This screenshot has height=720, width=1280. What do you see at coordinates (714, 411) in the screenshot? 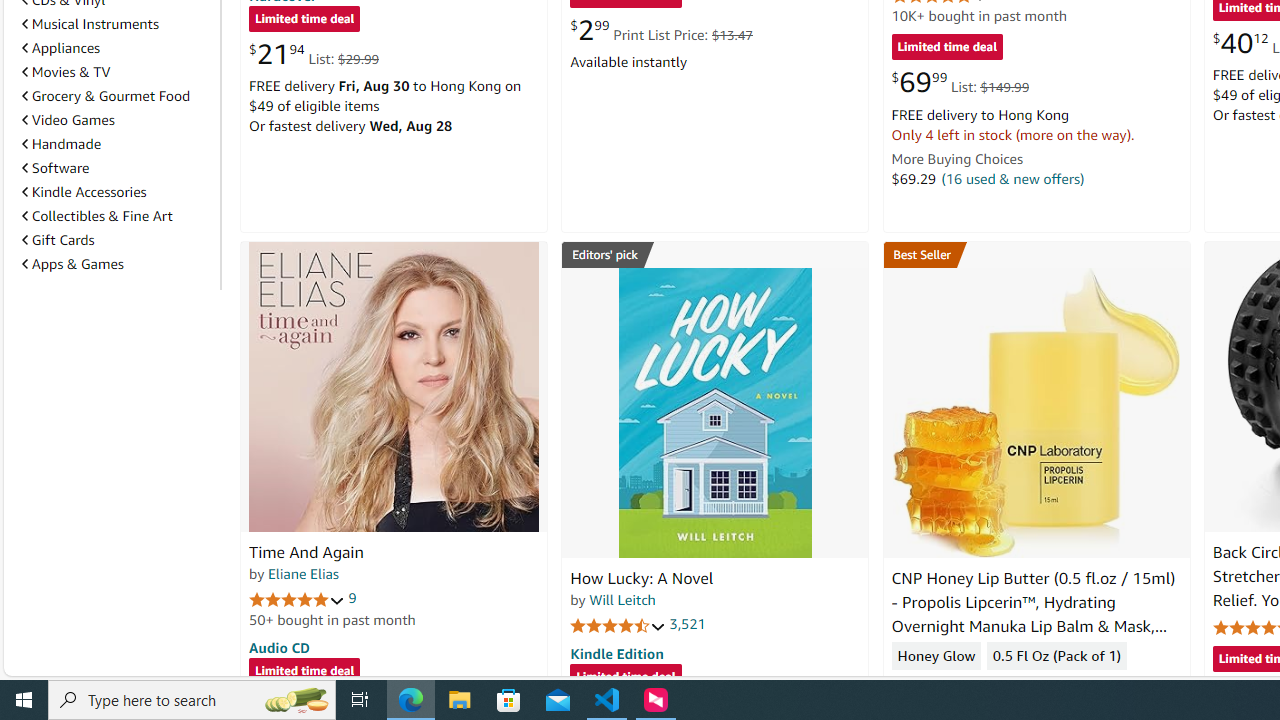
I see `'How Lucky: A Novel'` at bounding box center [714, 411].